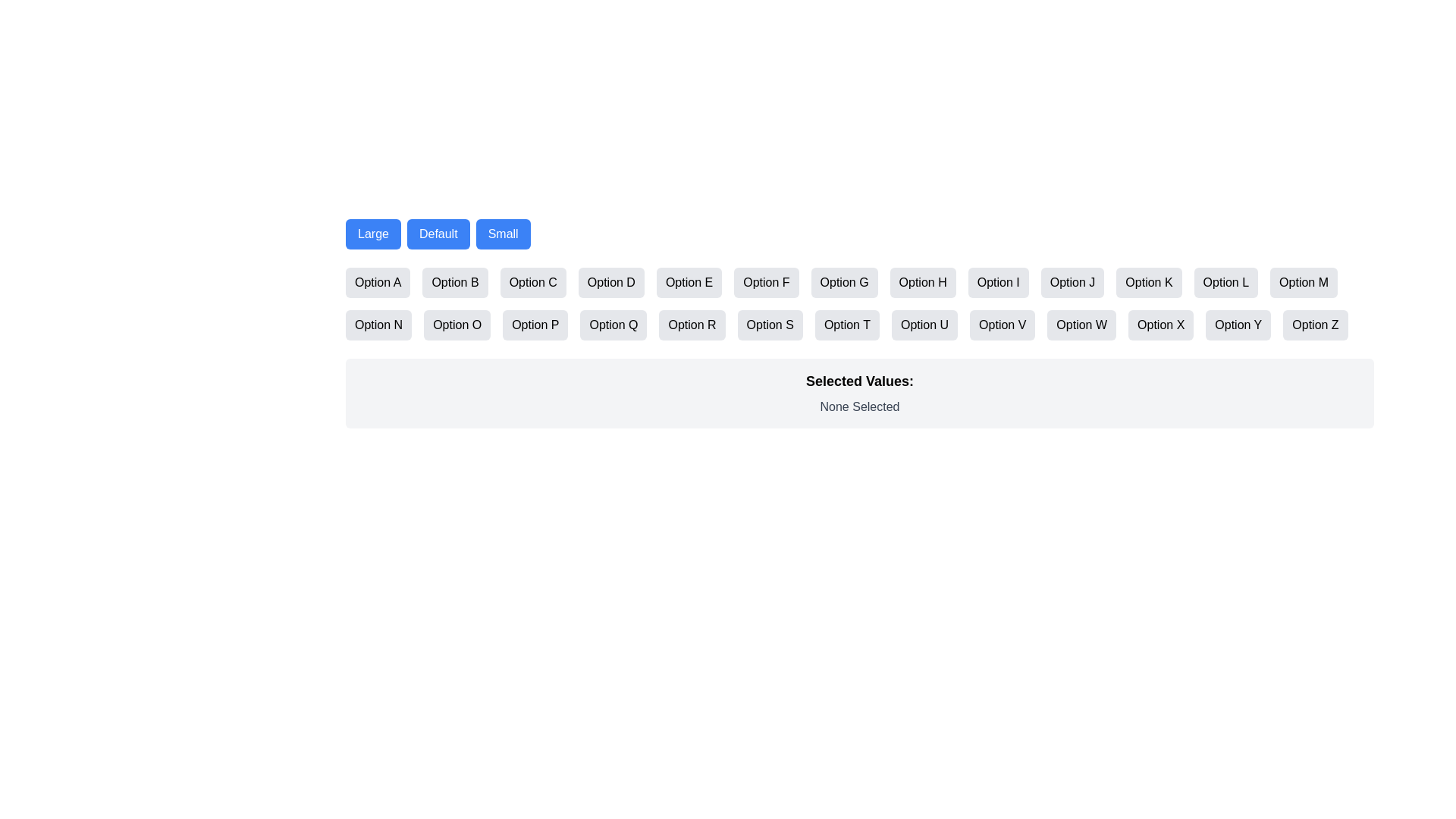  What do you see at coordinates (1149, 283) in the screenshot?
I see `the button labeled 'Option K', which is a rectangular button with a light gray background and bold black text` at bounding box center [1149, 283].